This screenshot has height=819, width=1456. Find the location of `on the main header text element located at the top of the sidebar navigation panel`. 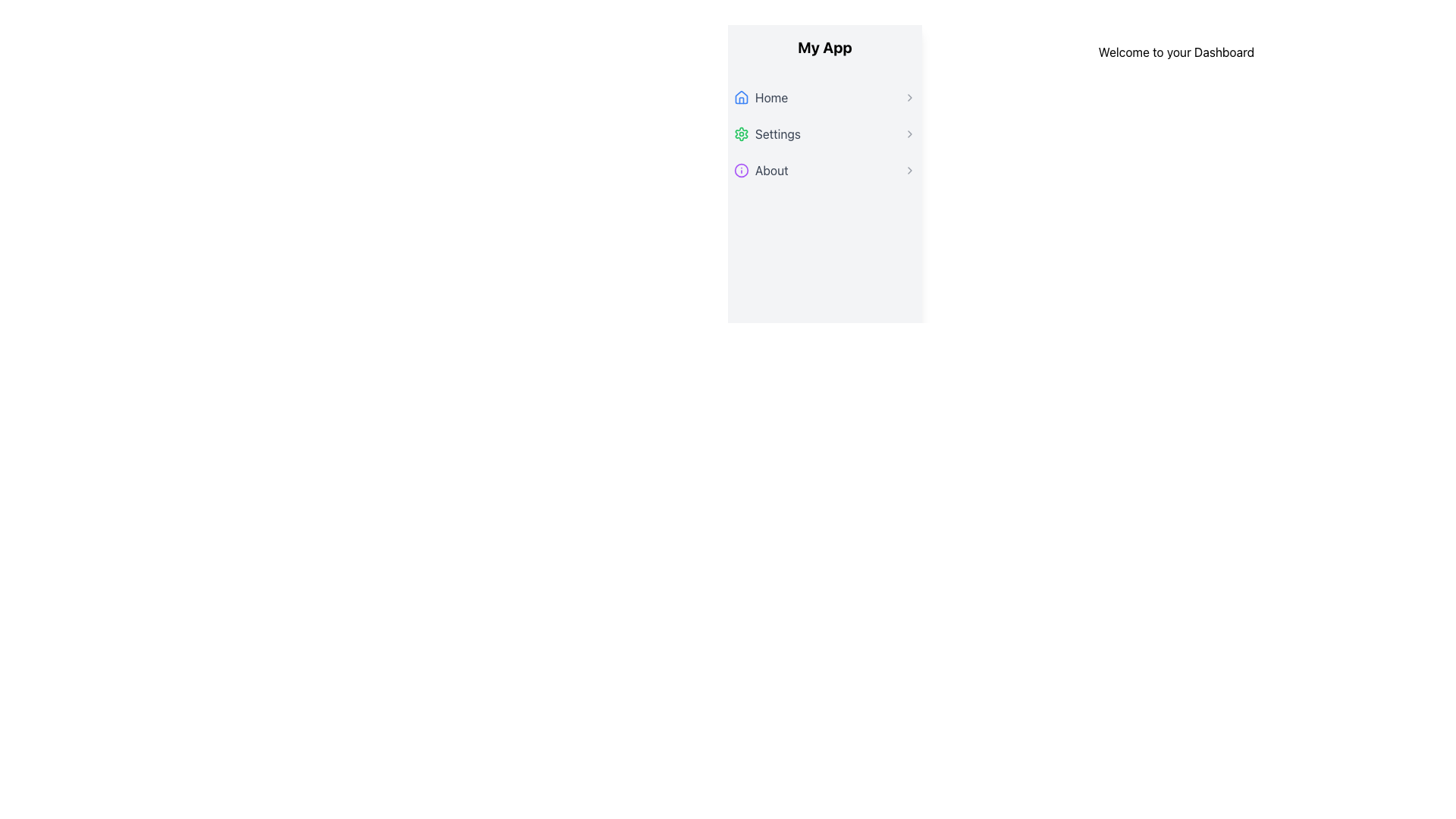

on the main header text element located at the top of the sidebar navigation panel is located at coordinates (824, 46).